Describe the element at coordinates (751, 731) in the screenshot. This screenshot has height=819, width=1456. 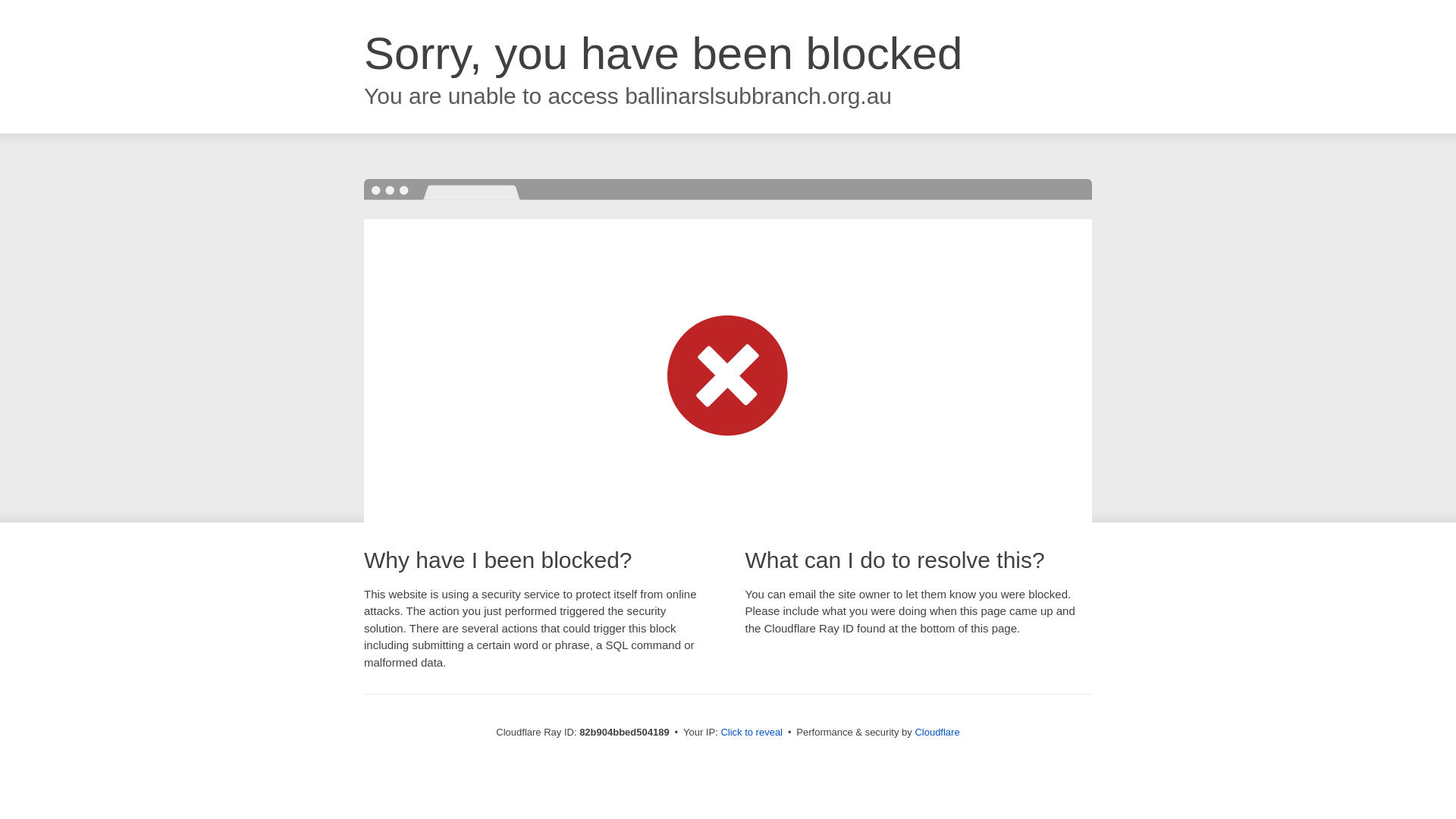
I see `'Click to reveal'` at that location.